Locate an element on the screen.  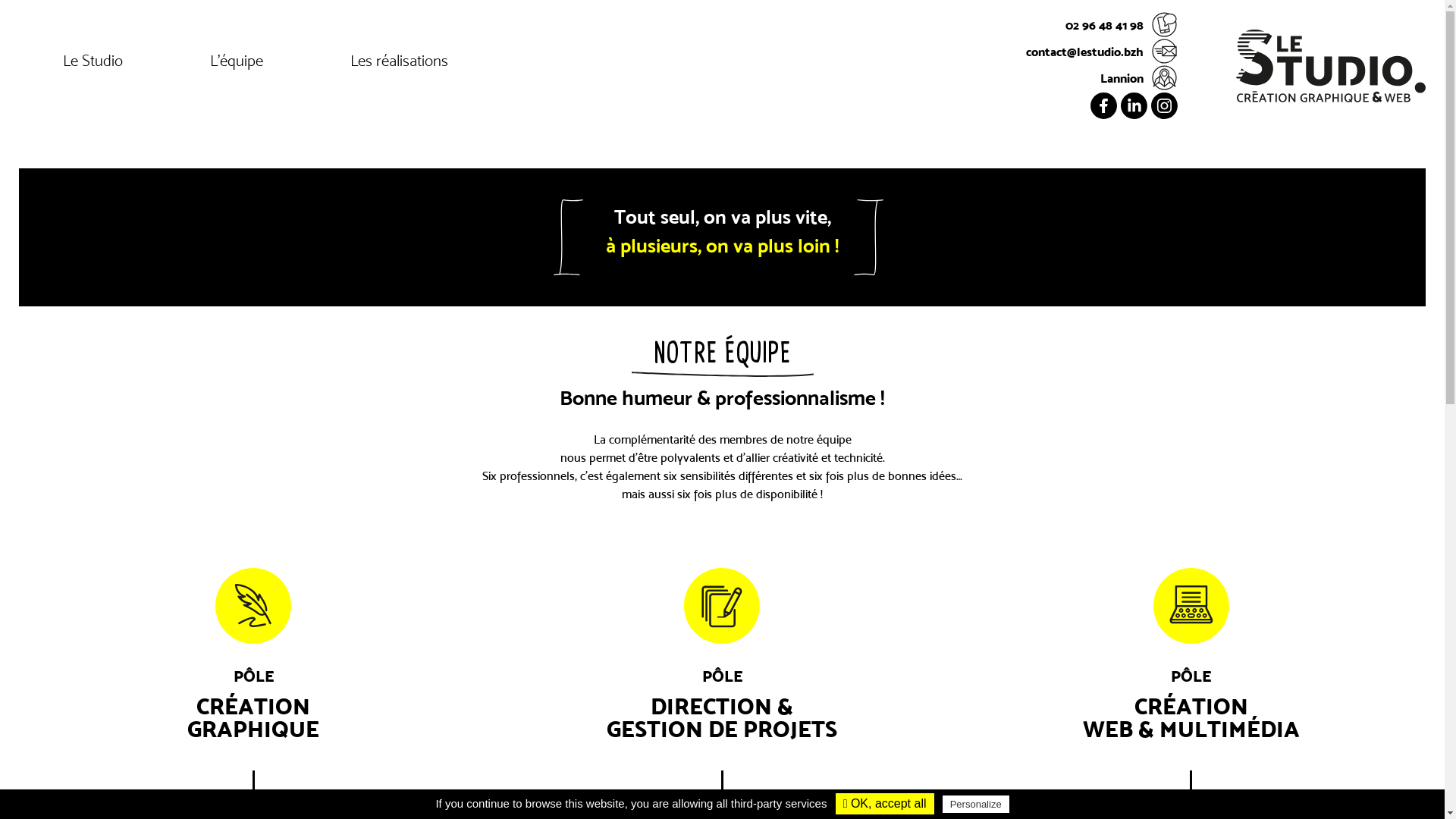
'Lannion' is located at coordinates (1102, 77).